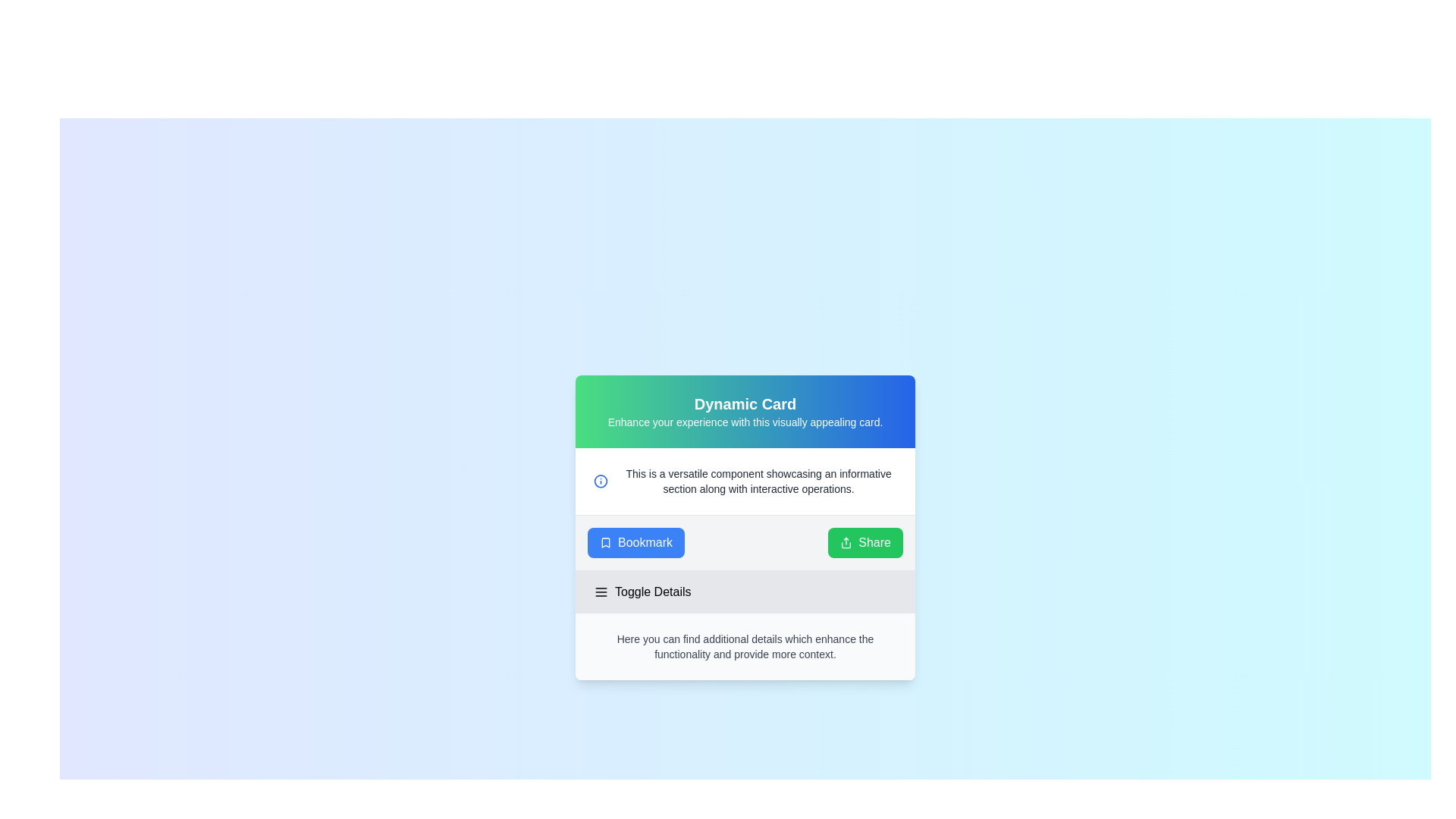 The image size is (1456, 819). What do you see at coordinates (865, 542) in the screenshot?
I see `the green 'Share' button with a white rounded appearance and an upward curved arrow icon` at bounding box center [865, 542].